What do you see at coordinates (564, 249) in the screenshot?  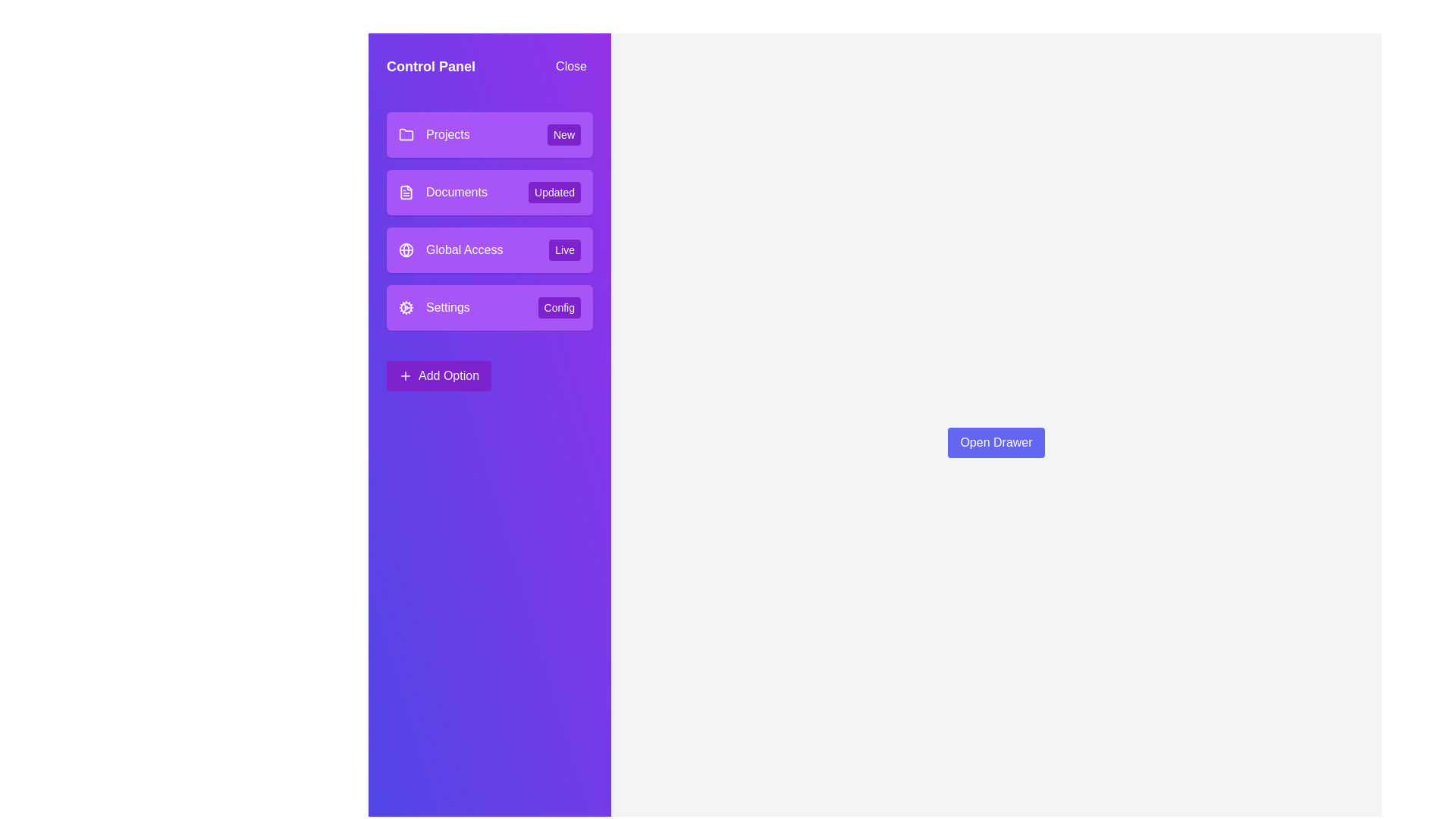 I see `the tag associated with the menu item Global Access` at bounding box center [564, 249].